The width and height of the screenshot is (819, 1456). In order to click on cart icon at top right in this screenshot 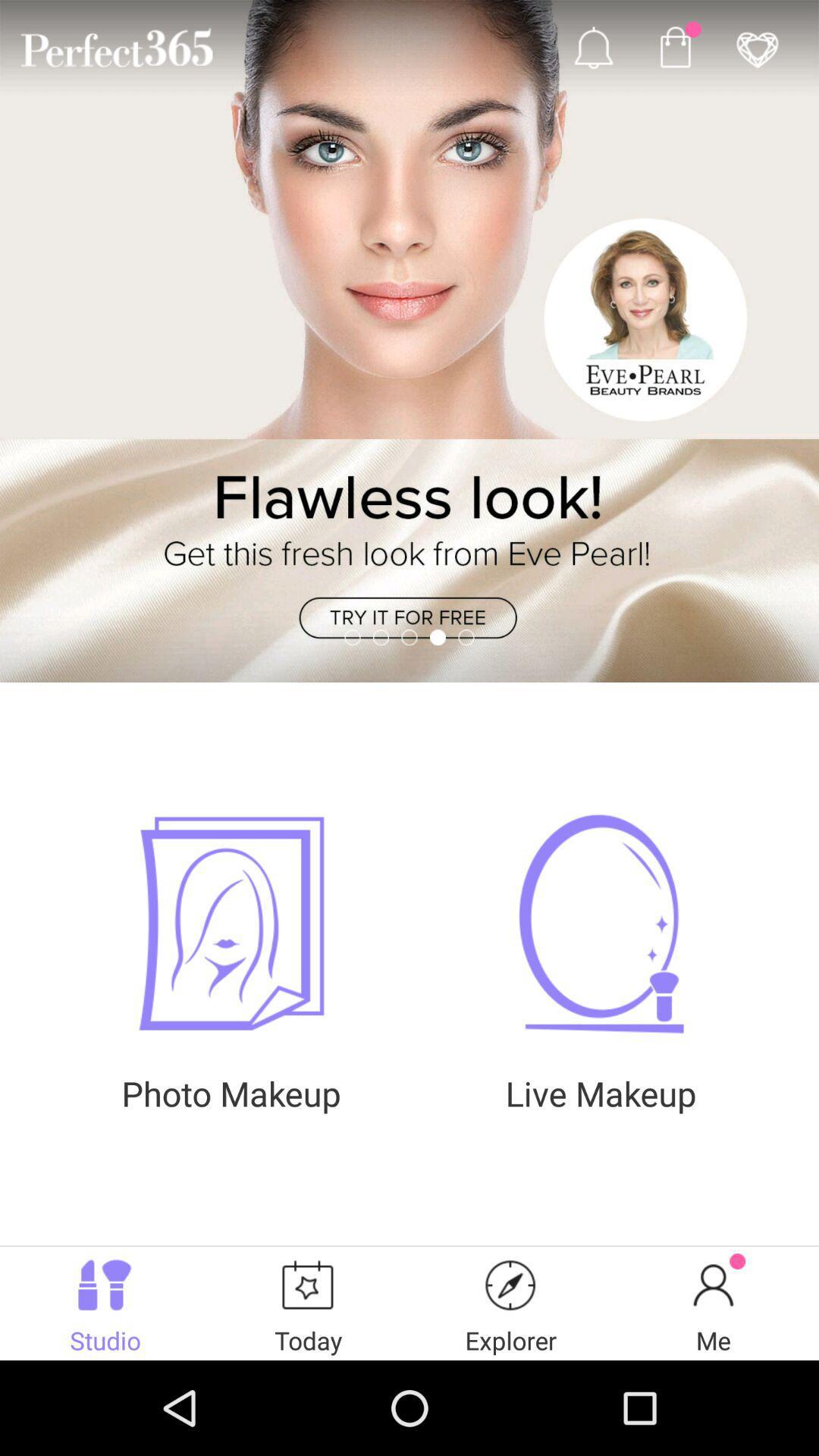, I will do `click(675, 47)`.